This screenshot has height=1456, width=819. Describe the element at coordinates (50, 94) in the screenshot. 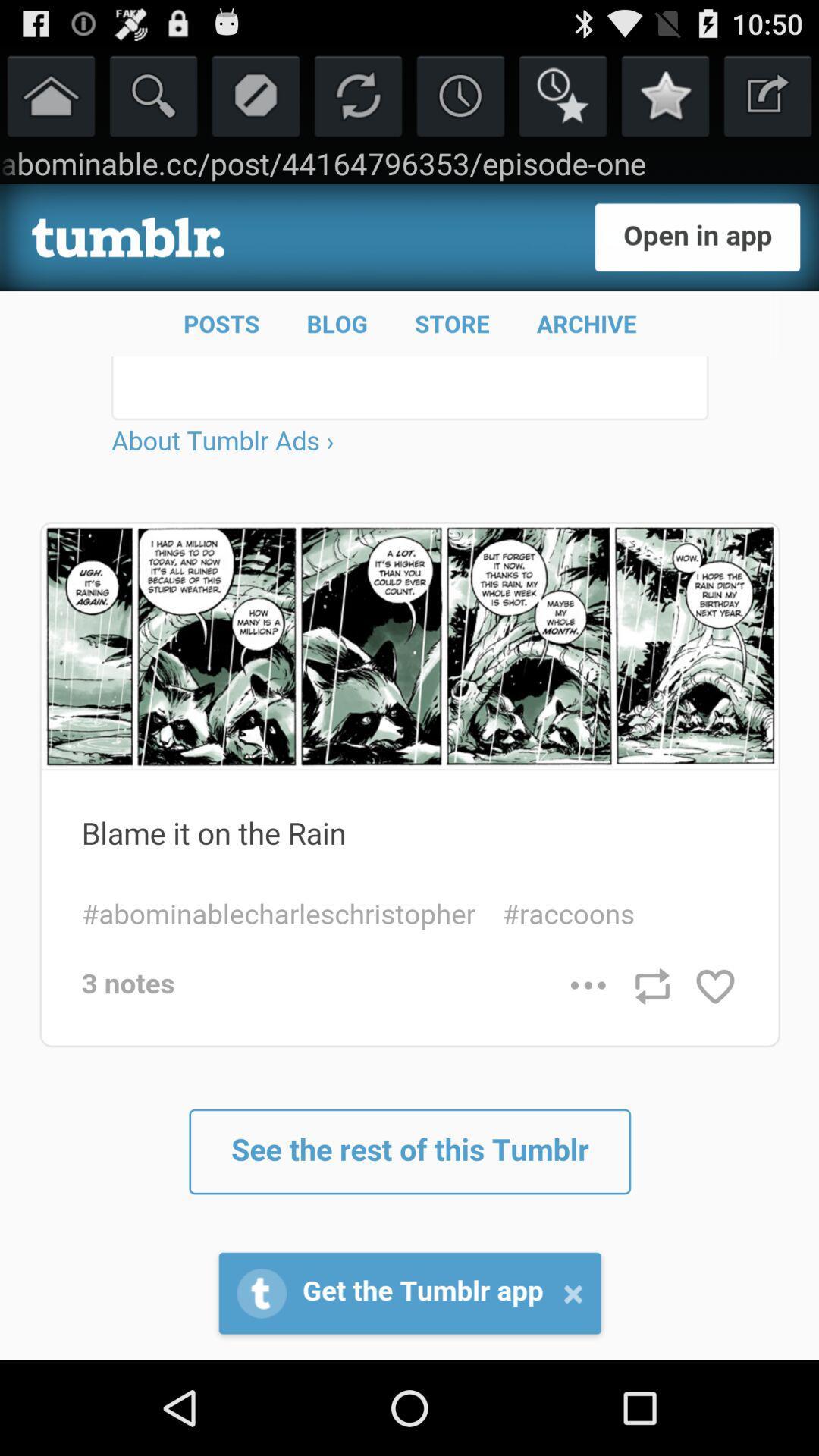

I see `home page` at that location.